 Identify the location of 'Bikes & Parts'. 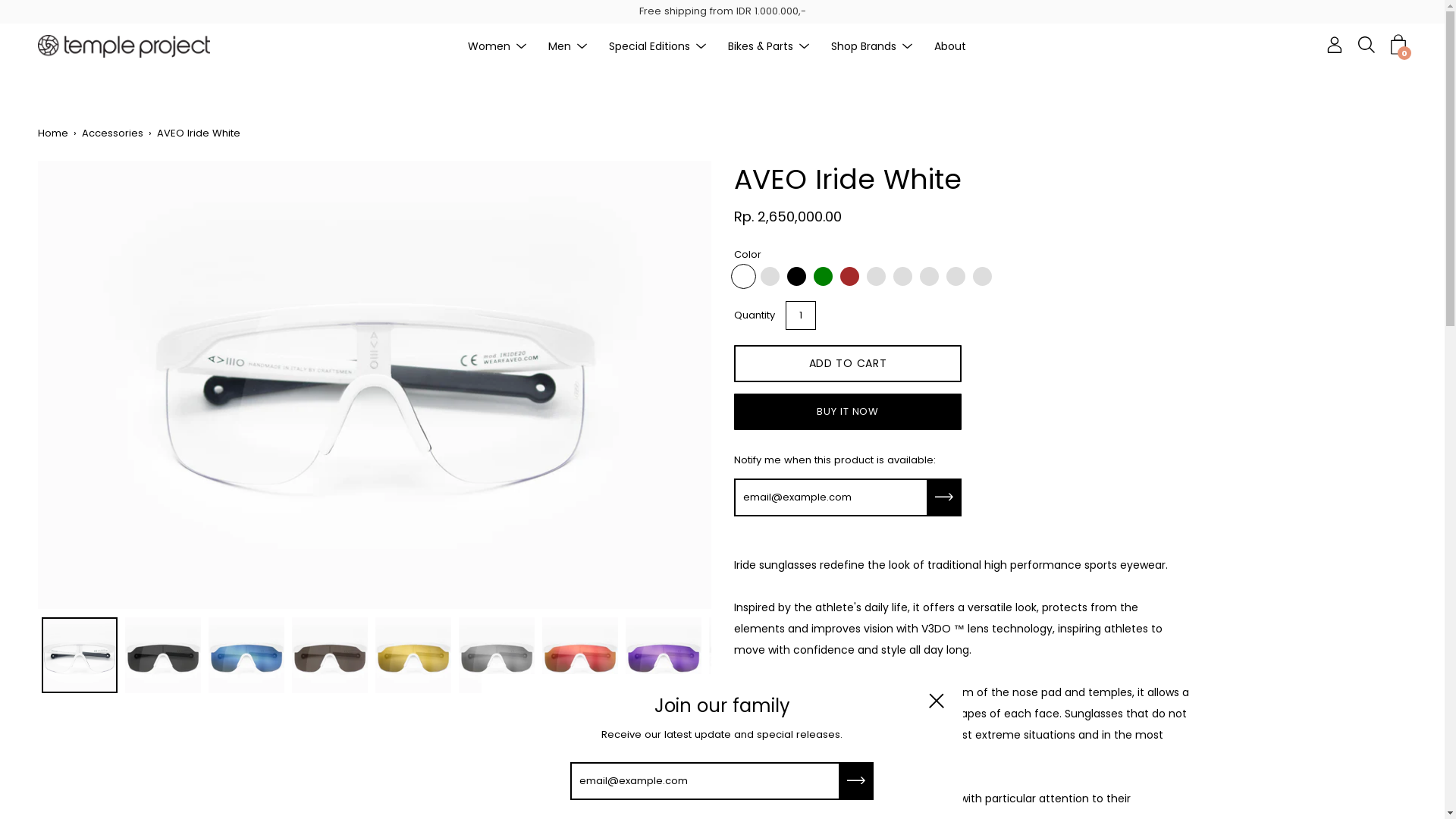
(761, 45).